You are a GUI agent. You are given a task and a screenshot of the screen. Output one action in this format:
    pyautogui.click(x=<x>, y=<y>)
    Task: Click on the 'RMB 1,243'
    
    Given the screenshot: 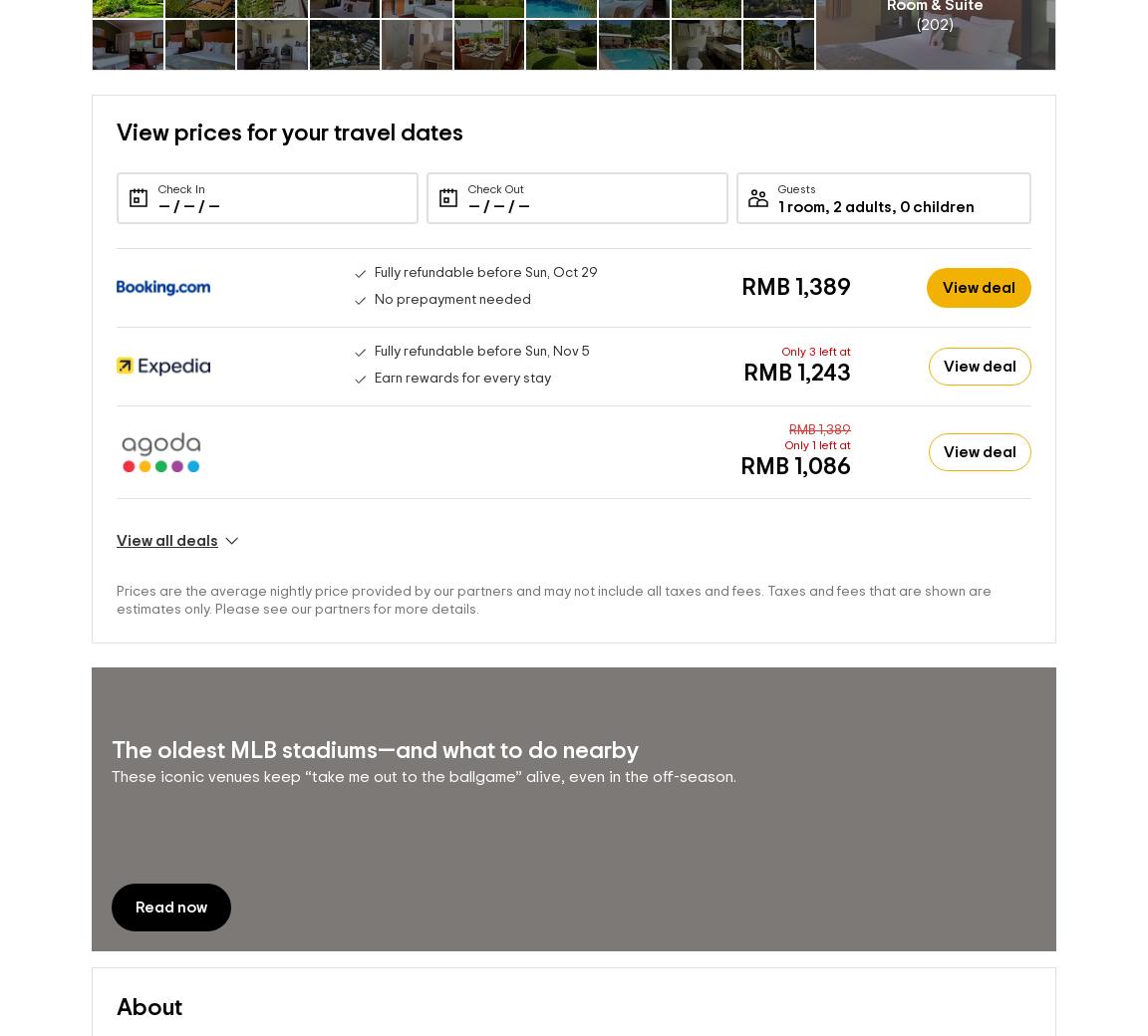 What is the action you would take?
    pyautogui.click(x=796, y=371)
    